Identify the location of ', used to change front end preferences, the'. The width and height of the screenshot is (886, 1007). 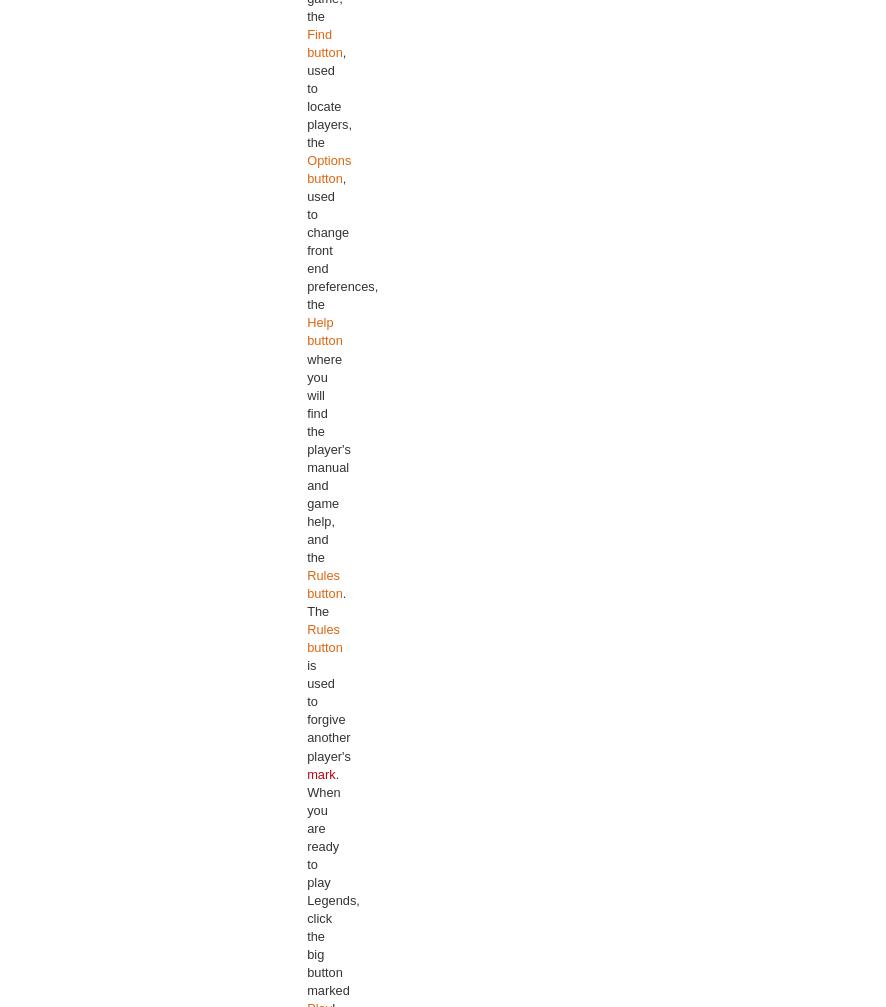
(341, 241).